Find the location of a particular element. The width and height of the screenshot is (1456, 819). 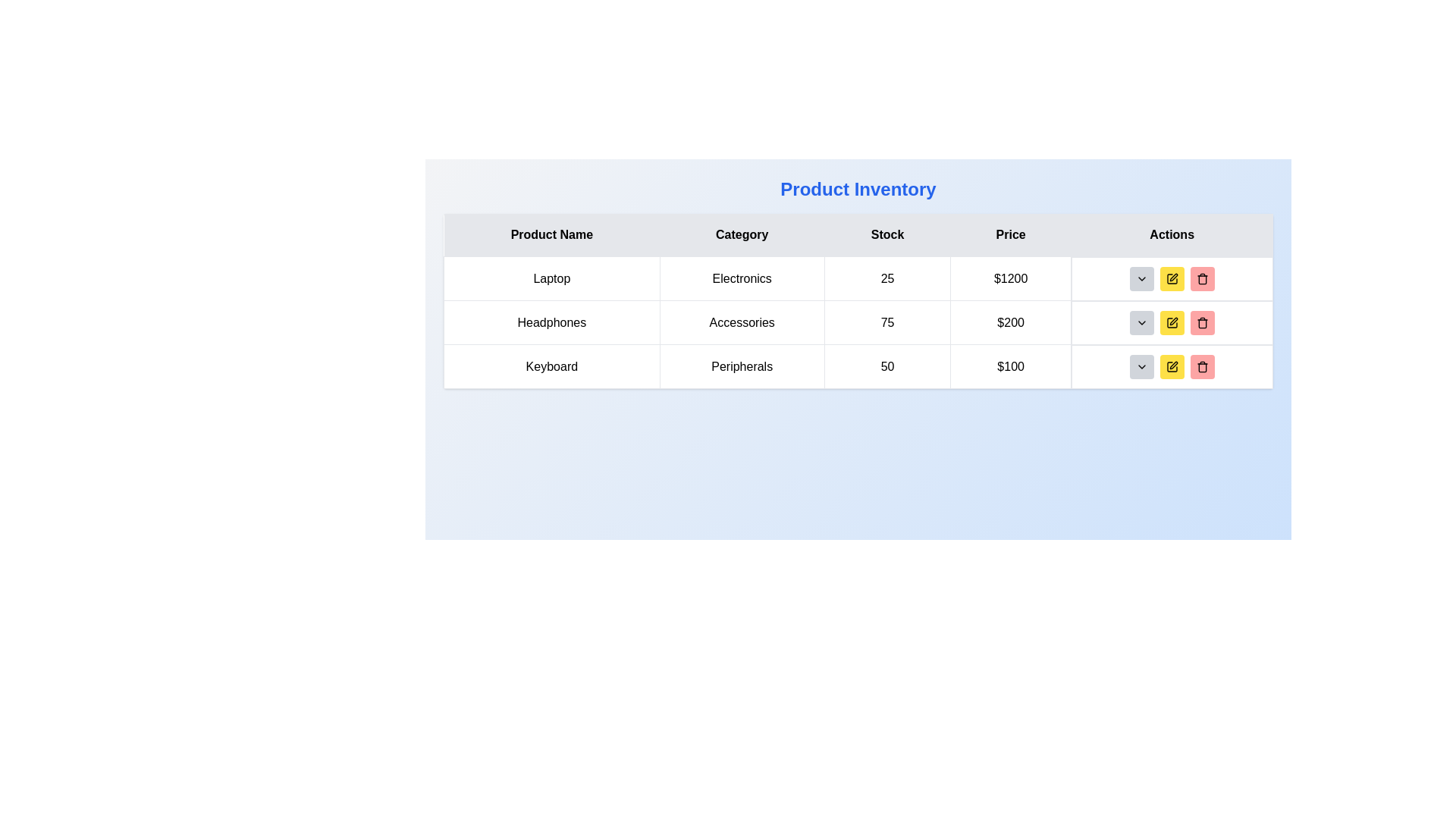

the edit button icon, which resembles a pencil within a yellow button in the 'Actions' column for the 'Headphones' product is located at coordinates (1171, 278).